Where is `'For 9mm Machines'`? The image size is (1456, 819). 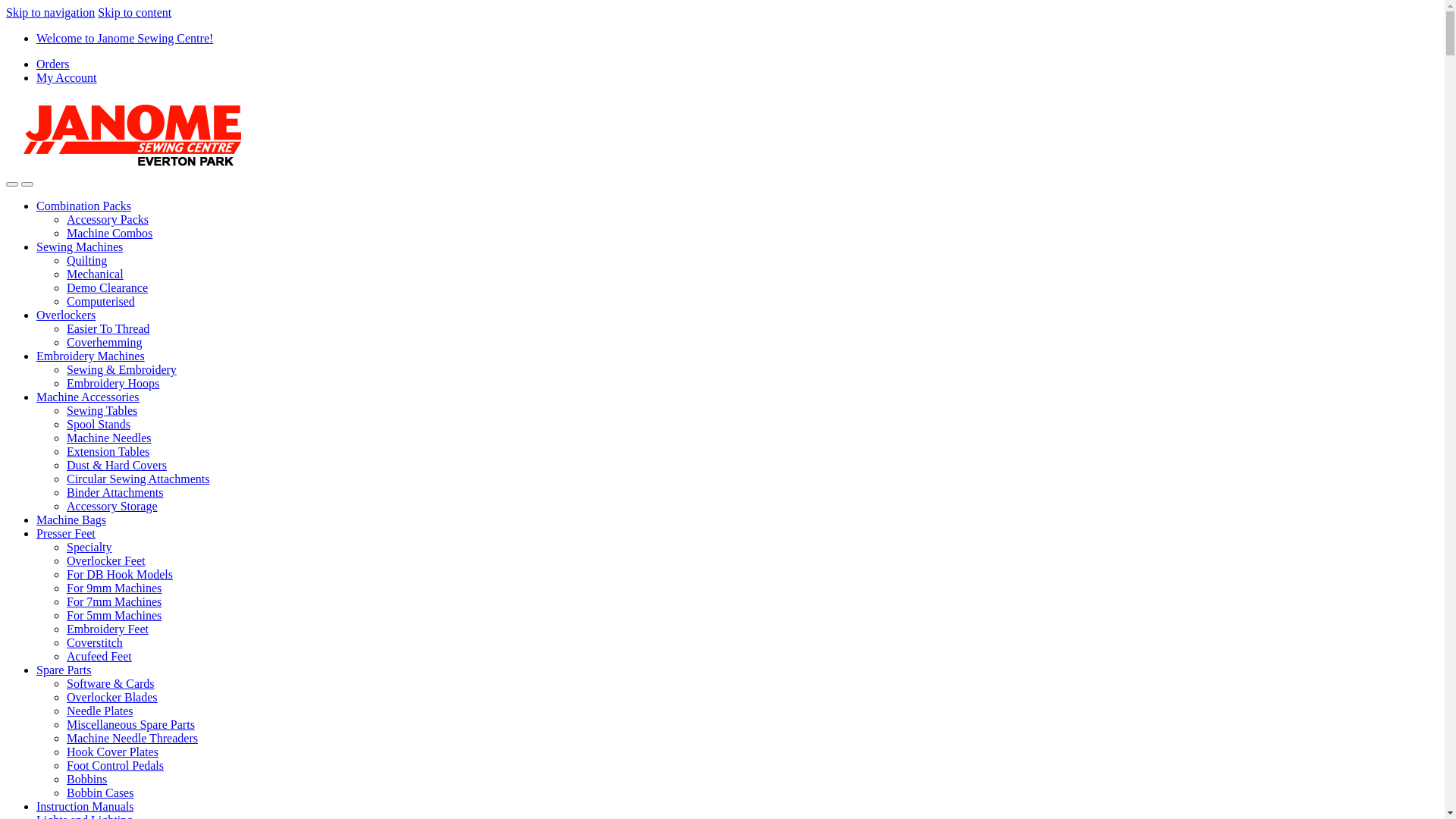 'For 9mm Machines' is located at coordinates (113, 587).